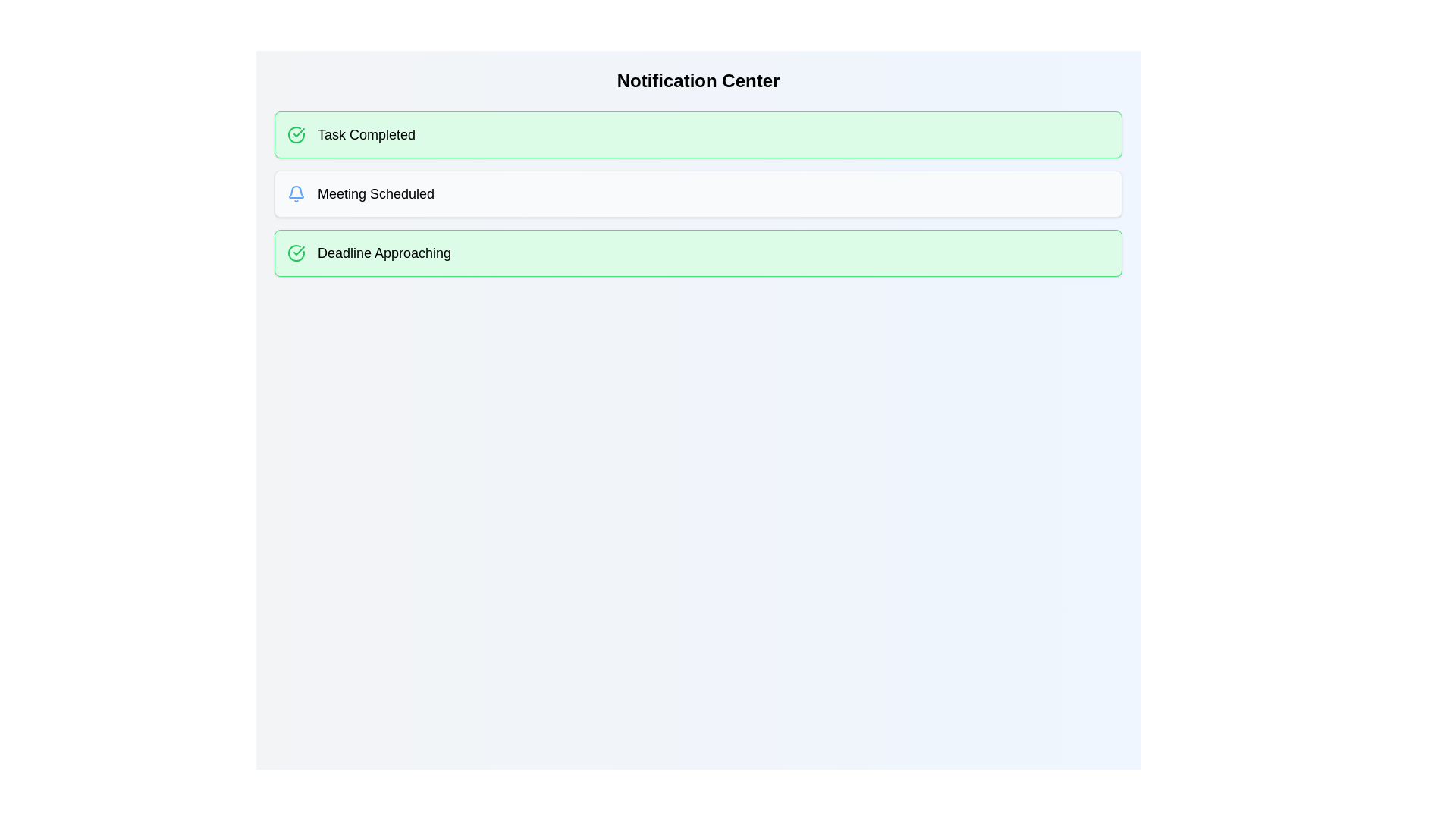 The height and width of the screenshot is (819, 1456). Describe the element at coordinates (698, 133) in the screenshot. I see `the notification chip labeled 'Task Completed' by clicking on it` at that location.